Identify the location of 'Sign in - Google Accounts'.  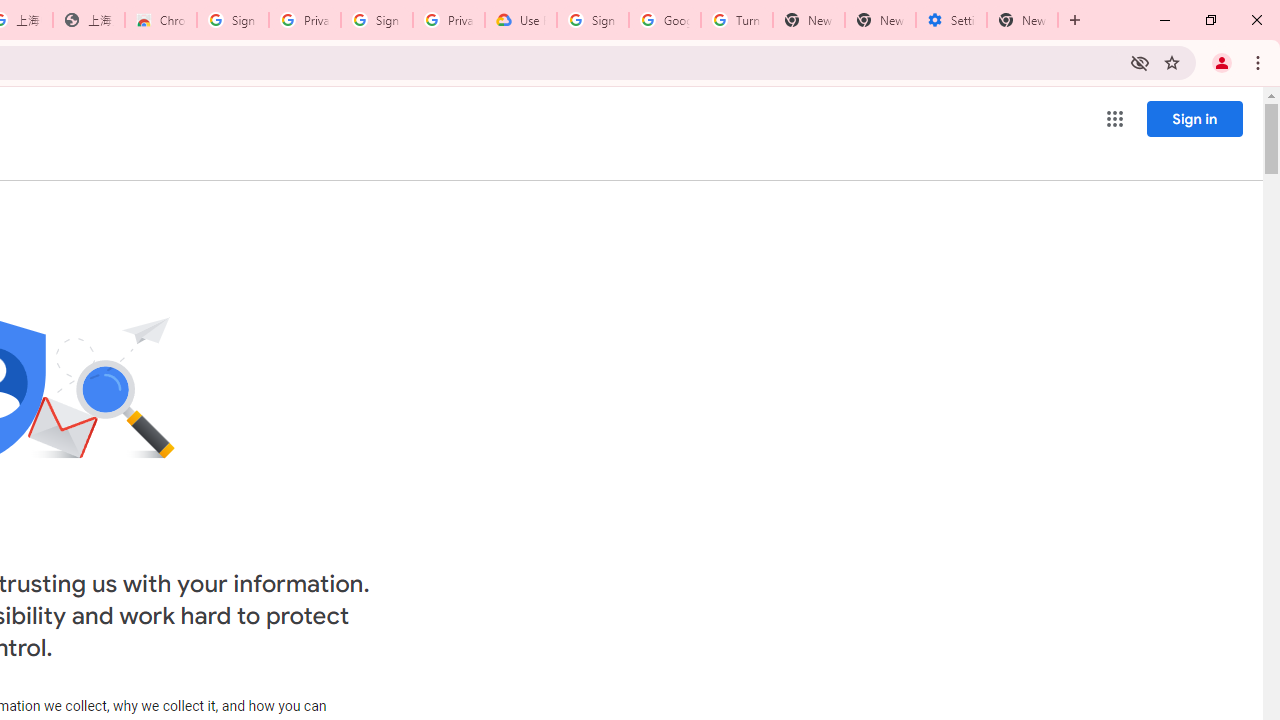
(232, 20).